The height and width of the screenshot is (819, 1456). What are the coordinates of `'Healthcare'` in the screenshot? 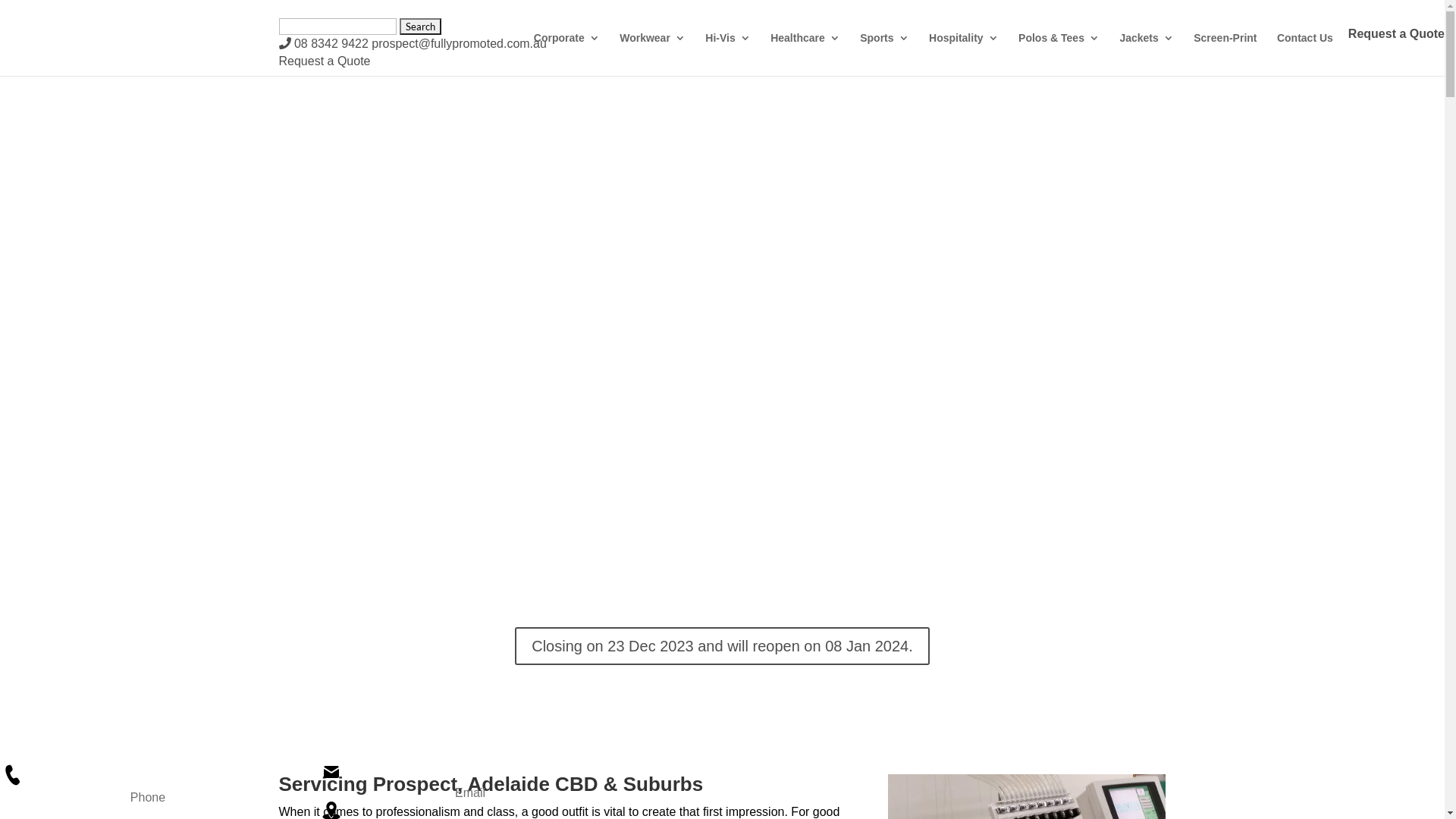 It's located at (770, 49).